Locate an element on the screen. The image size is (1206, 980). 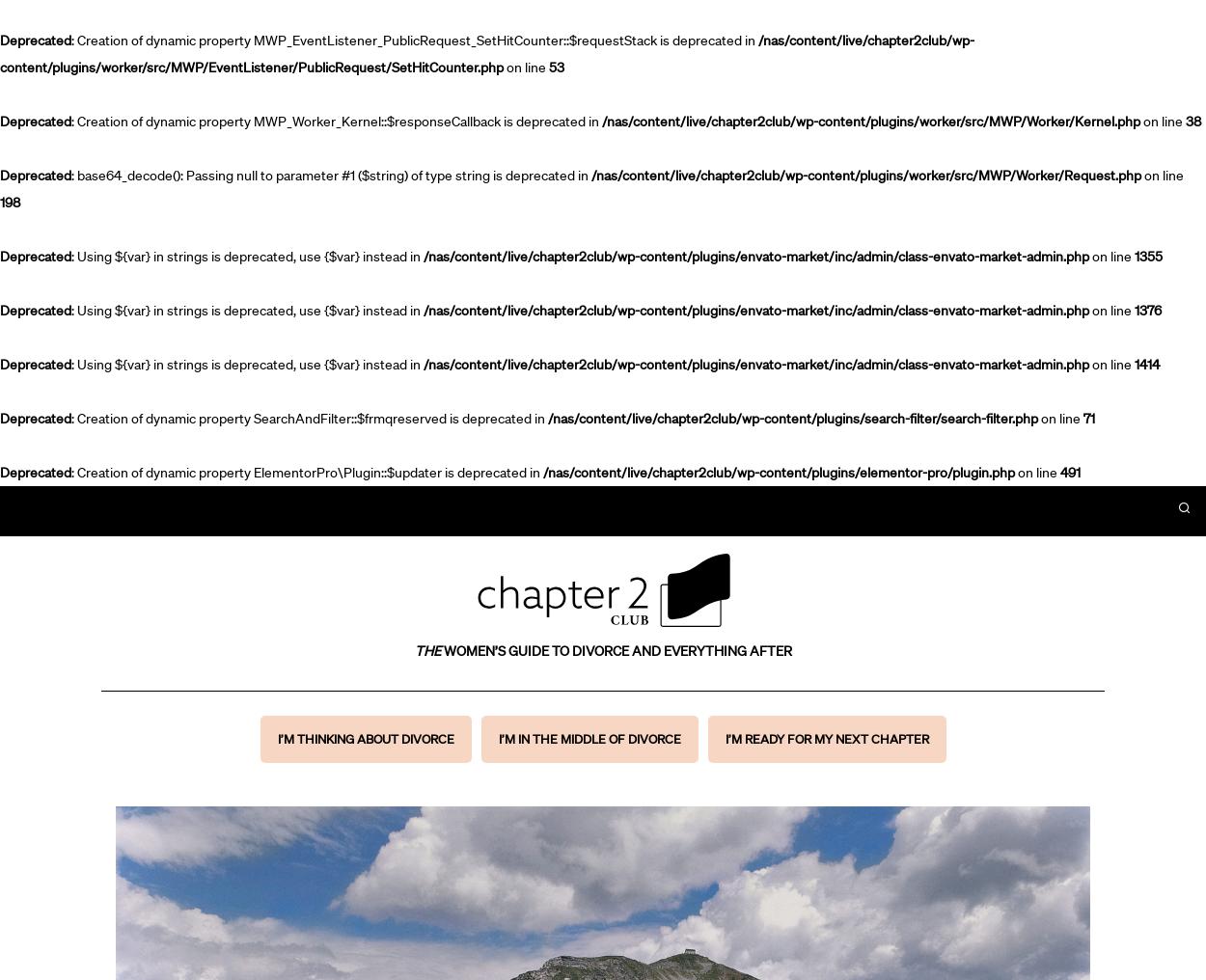
'/nas/content/live/chapter2club/wp-content/plugins/worker/src/MWP/Worker/Kernel.php' is located at coordinates (601, 121).